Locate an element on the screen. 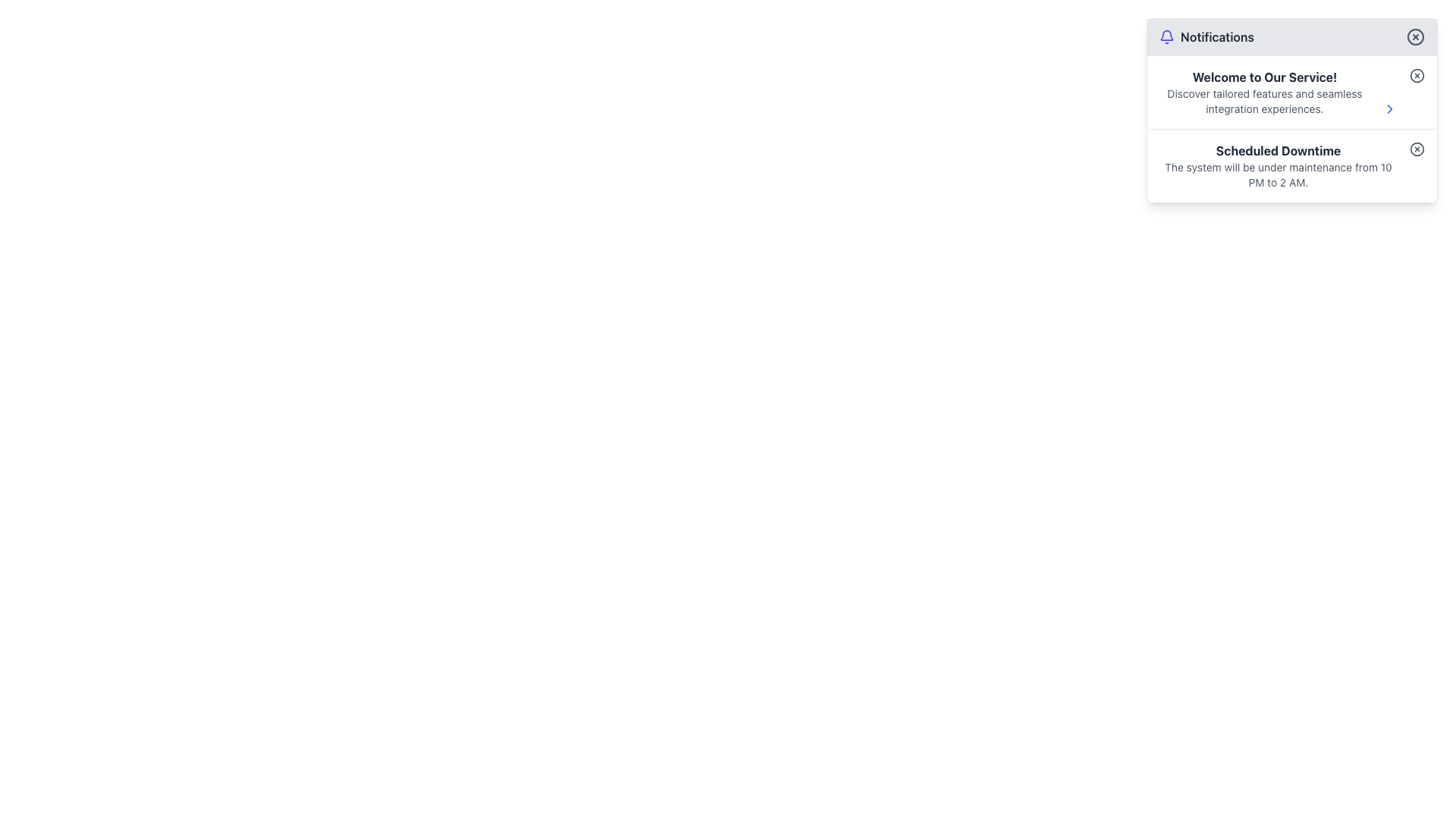 Image resolution: width=1456 pixels, height=819 pixels. text label displaying 'Notifications' in bold dark gray font located near the top of the notification panel, to the right of the bell icon is located at coordinates (1217, 36).